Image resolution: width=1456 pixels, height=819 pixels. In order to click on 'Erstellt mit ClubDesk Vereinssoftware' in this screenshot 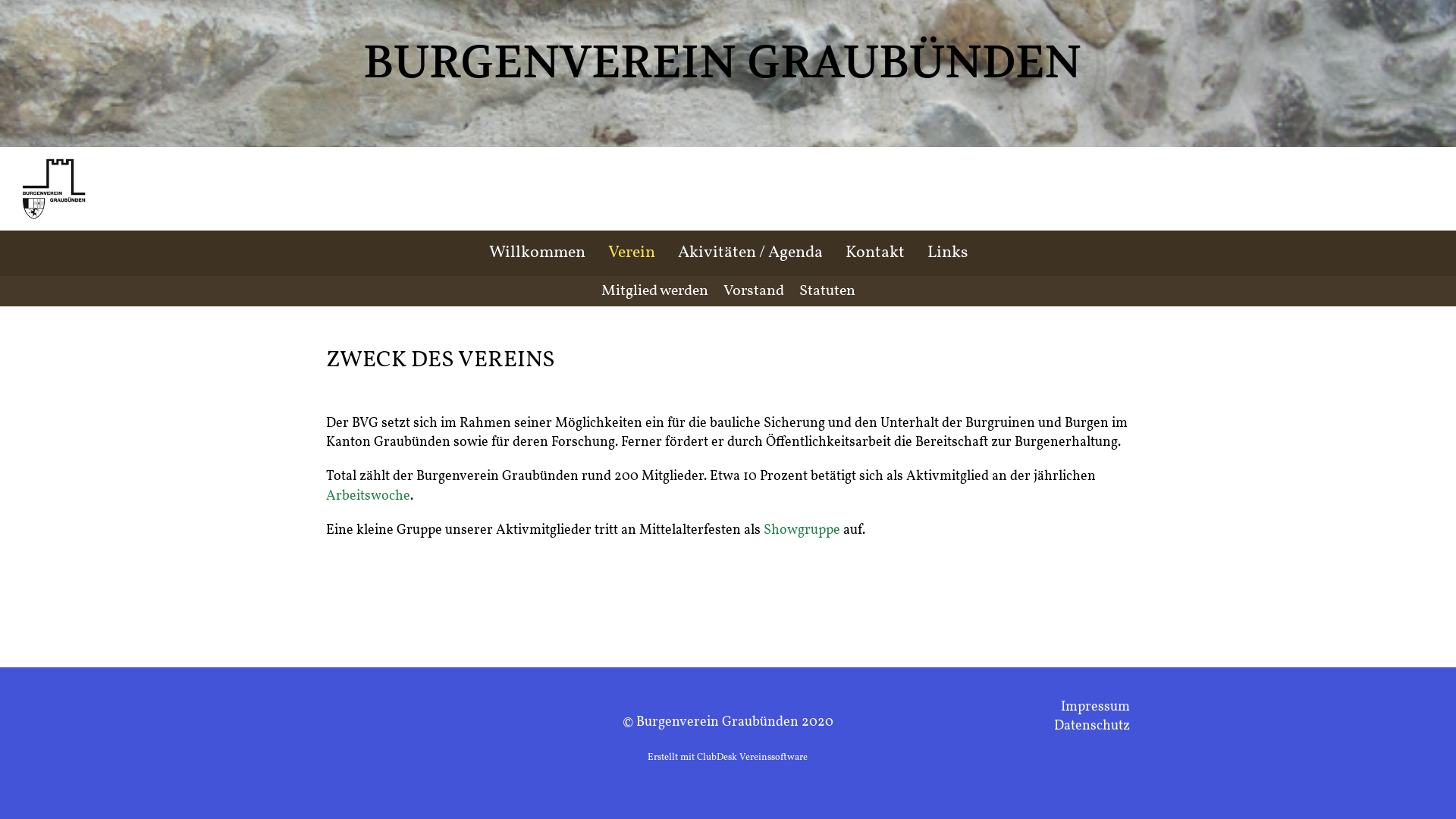, I will do `click(726, 758)`.